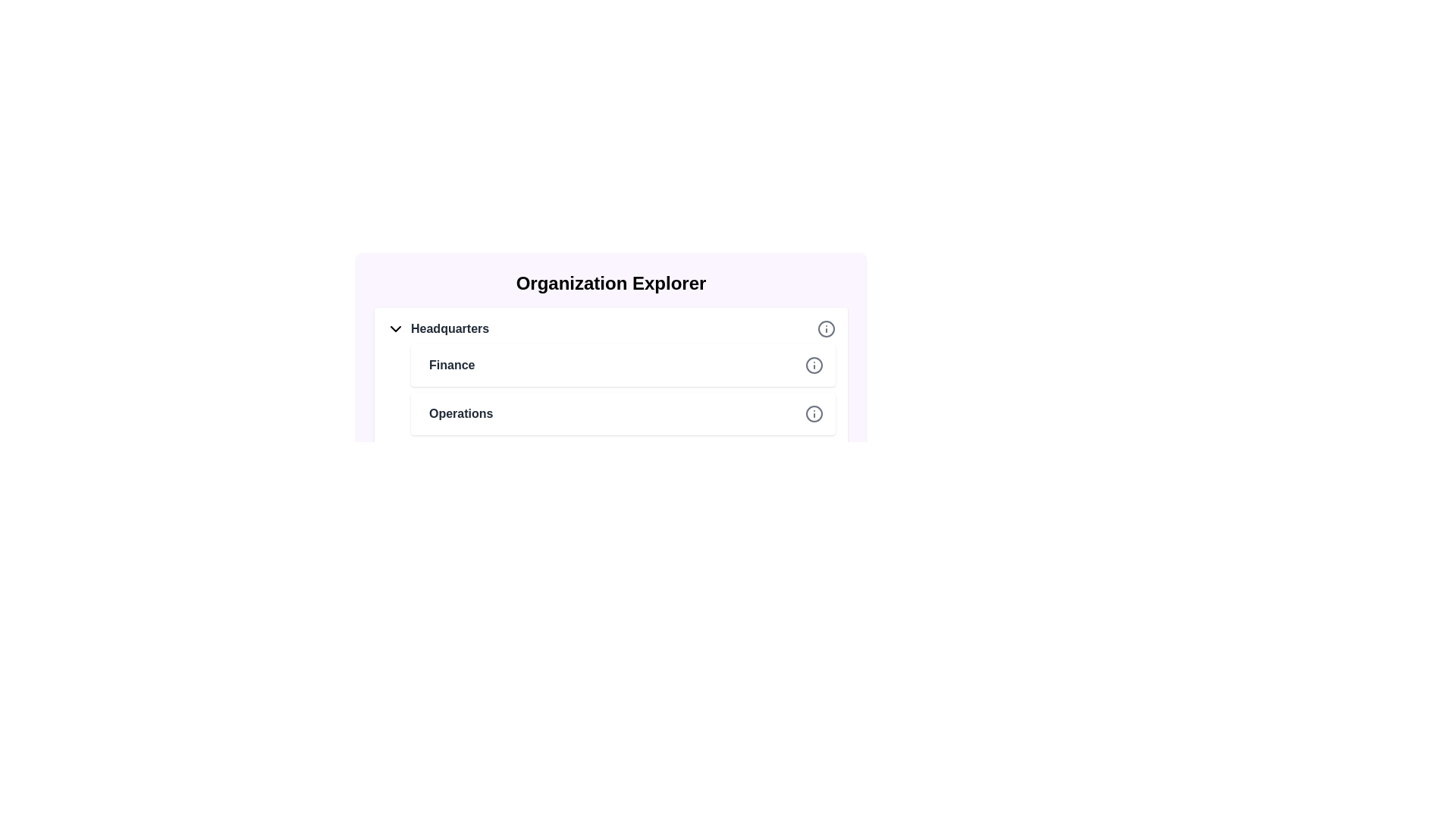 Image resolution: width=1456 pixels, height=819 pixels. Describe the element at coordinates (457, 414) in the screenshot. I see `the 'Operations' text label, which is styled in bold and dark gray, located in the second row under the 'Headquarters' section` at that location.